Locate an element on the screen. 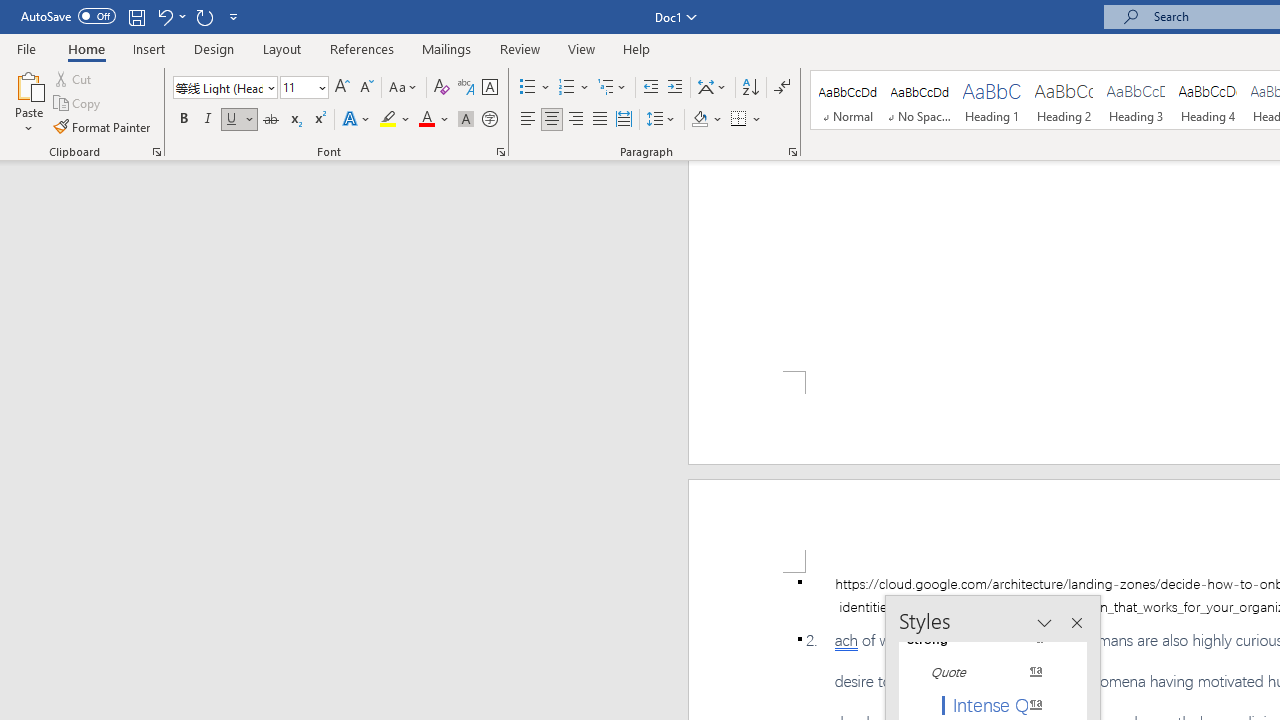 The height and width of the screenshot is (720, 1280). 'Change Case' is located at coordinates (403, 86).